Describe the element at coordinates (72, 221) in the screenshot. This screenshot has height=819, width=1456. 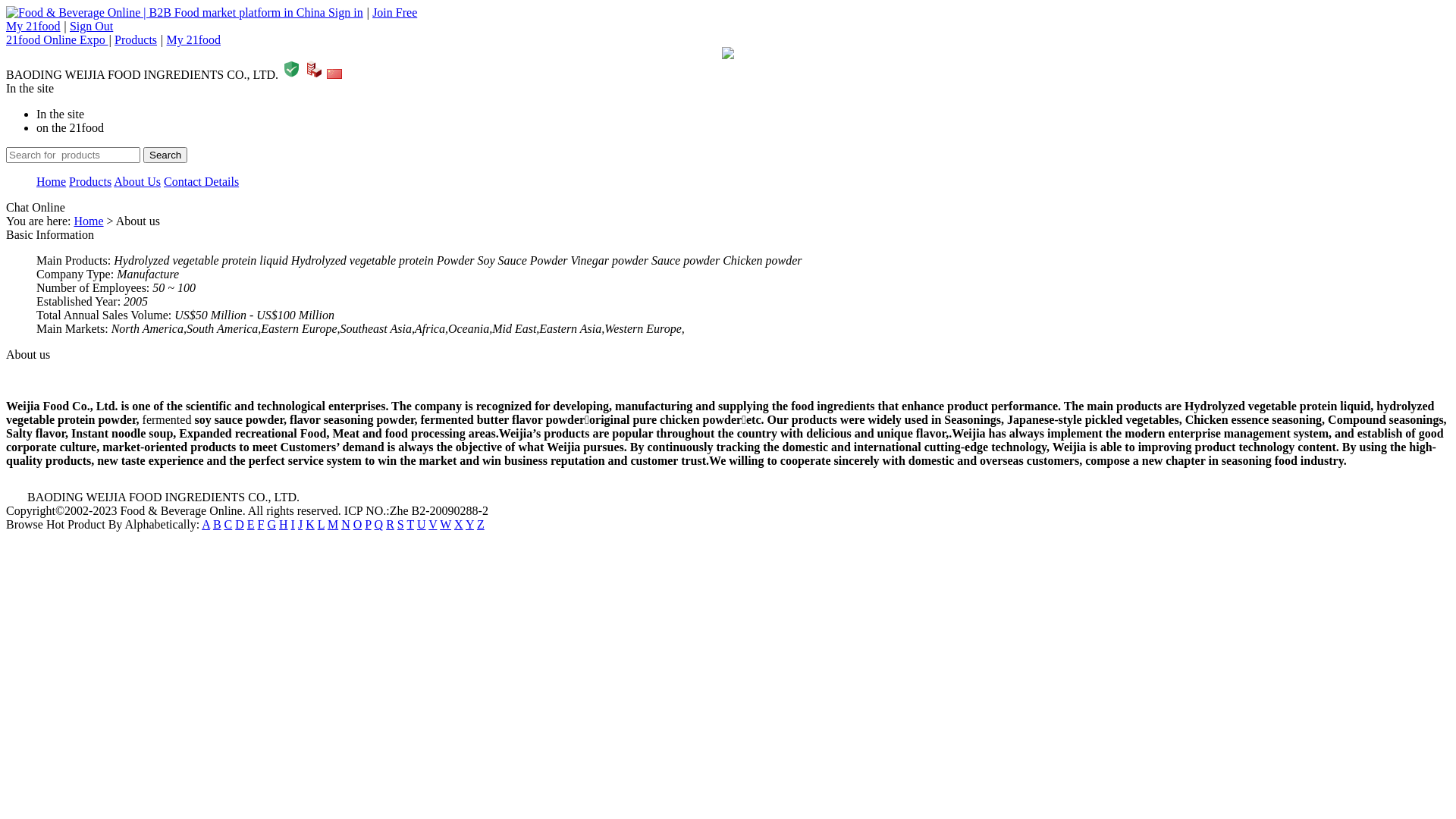
I see `'Home'` at that location.